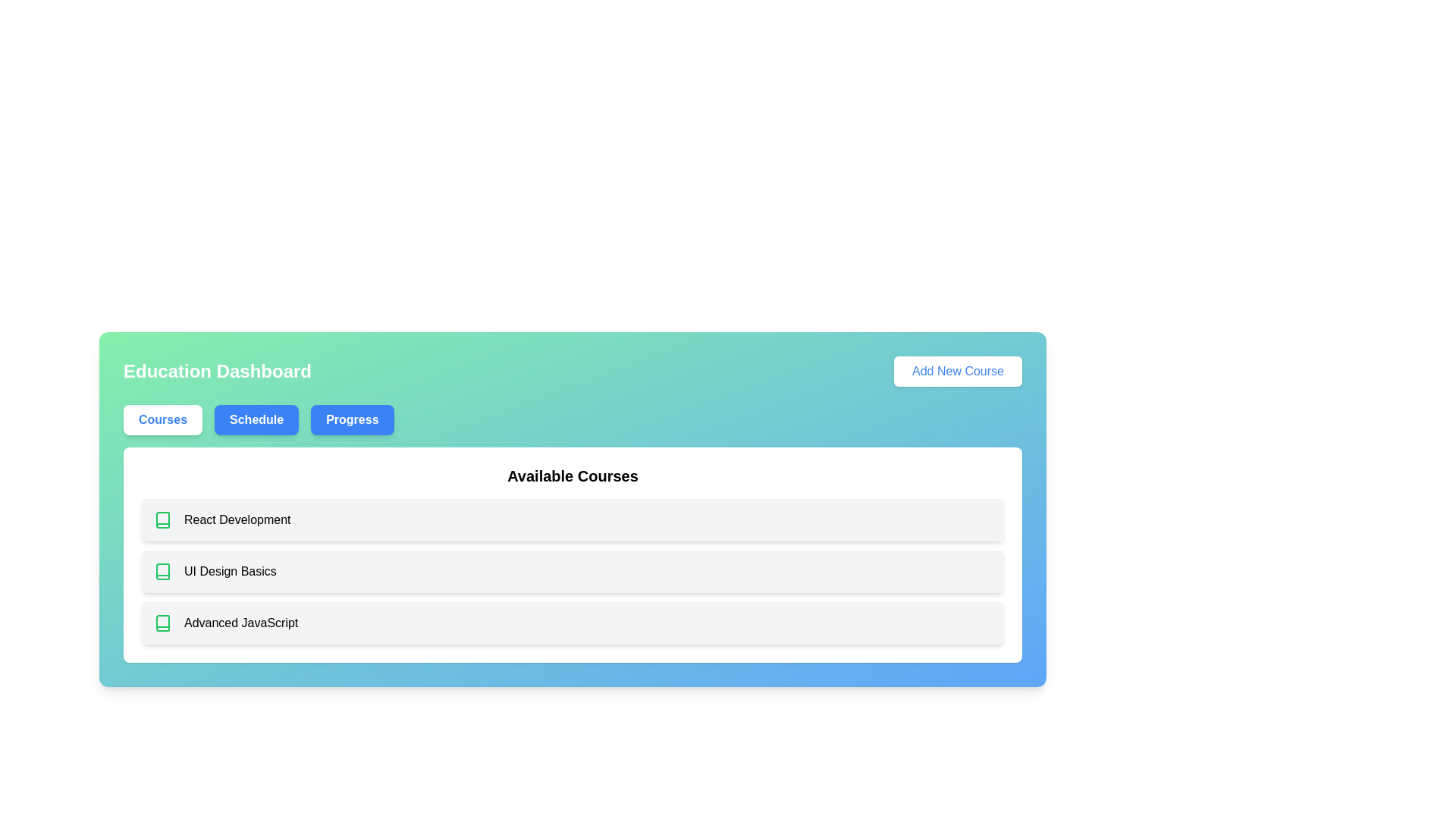  What do you see at coordinates (163, 571) in the screenshot?
I see `the small book icon with a green border, located to the left of the text 'UI Design Basics'` at bounding box center [163, 571].